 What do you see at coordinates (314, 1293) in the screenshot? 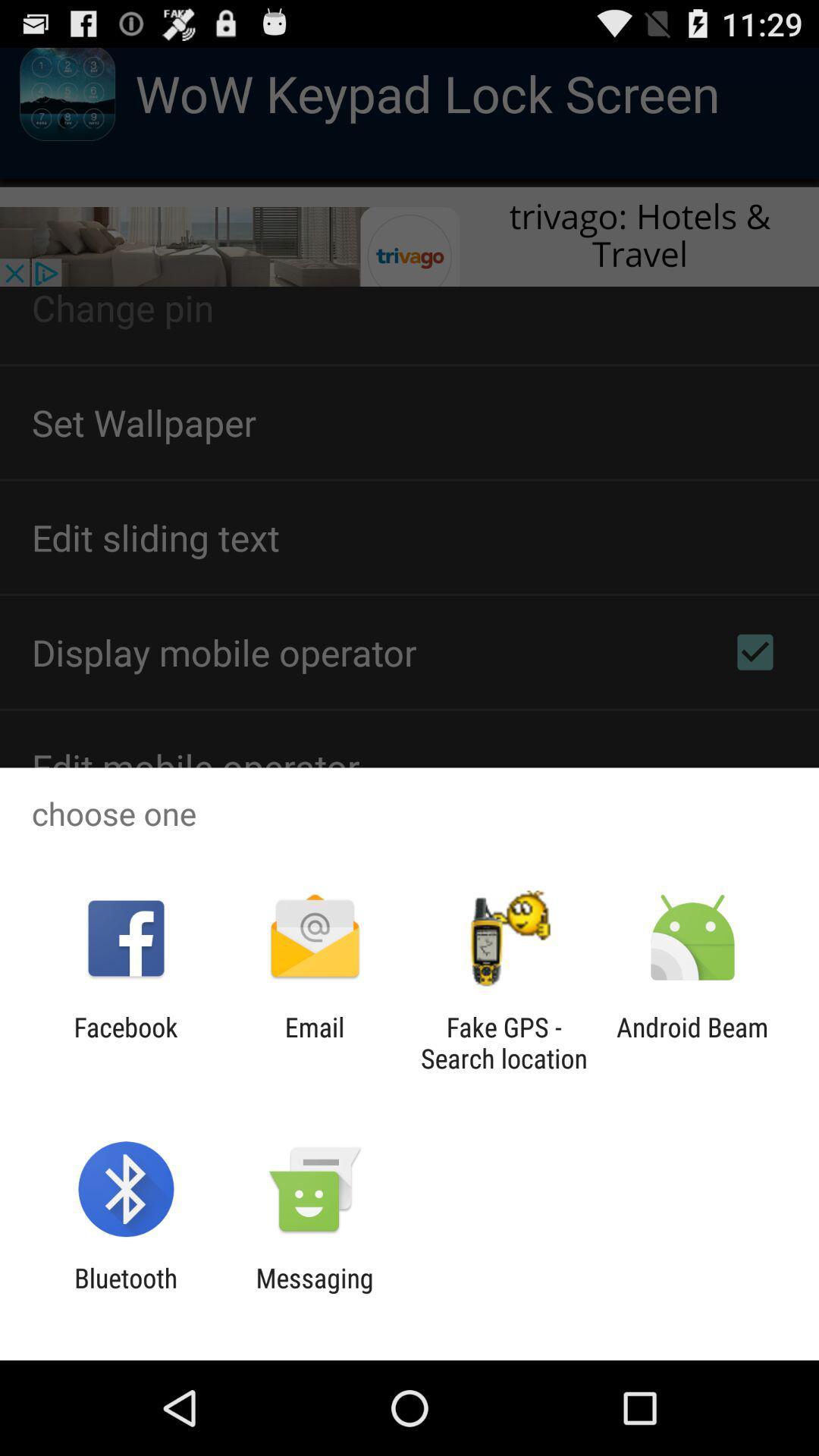
I see `messaging app` at bounding box center [314, 1293].